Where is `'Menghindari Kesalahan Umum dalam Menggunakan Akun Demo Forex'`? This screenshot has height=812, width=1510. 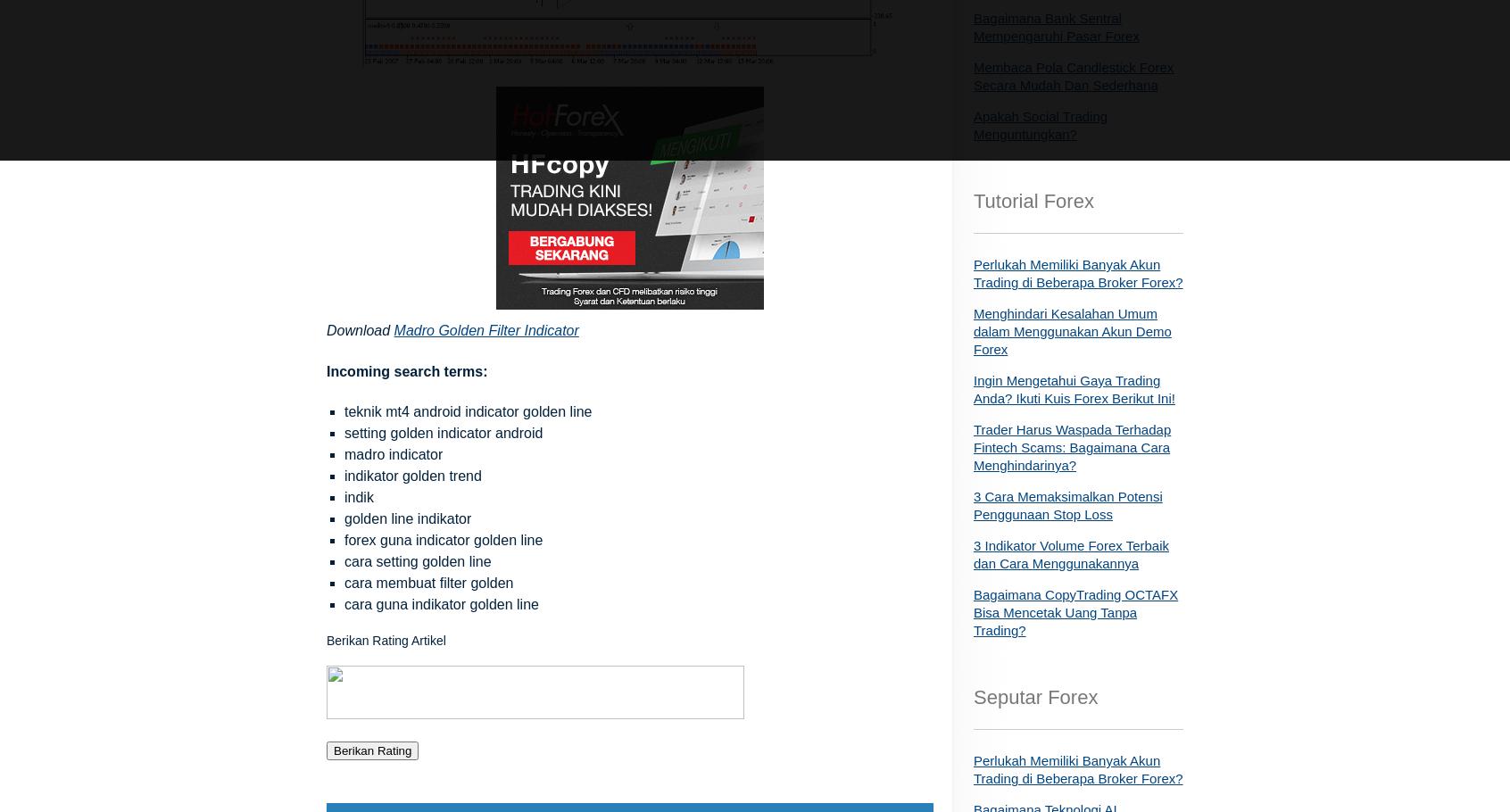
'Menghindari Kesalahan Umum dalam Menggunakan Akun Demo Forex' is located at coordinates (1072, 331).